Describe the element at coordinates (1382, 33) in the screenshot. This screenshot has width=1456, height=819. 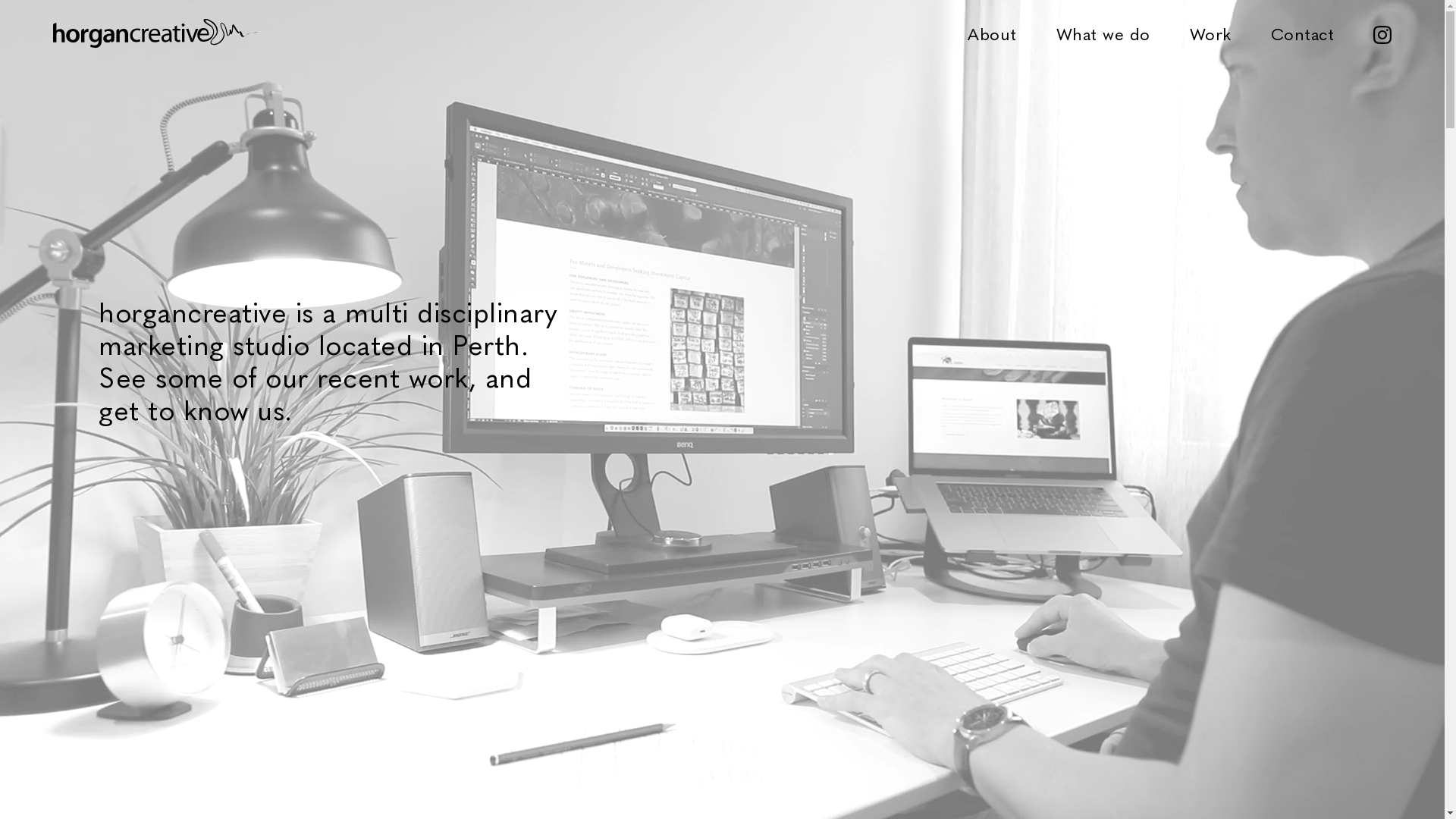
I see `'Instagram'` at that location.